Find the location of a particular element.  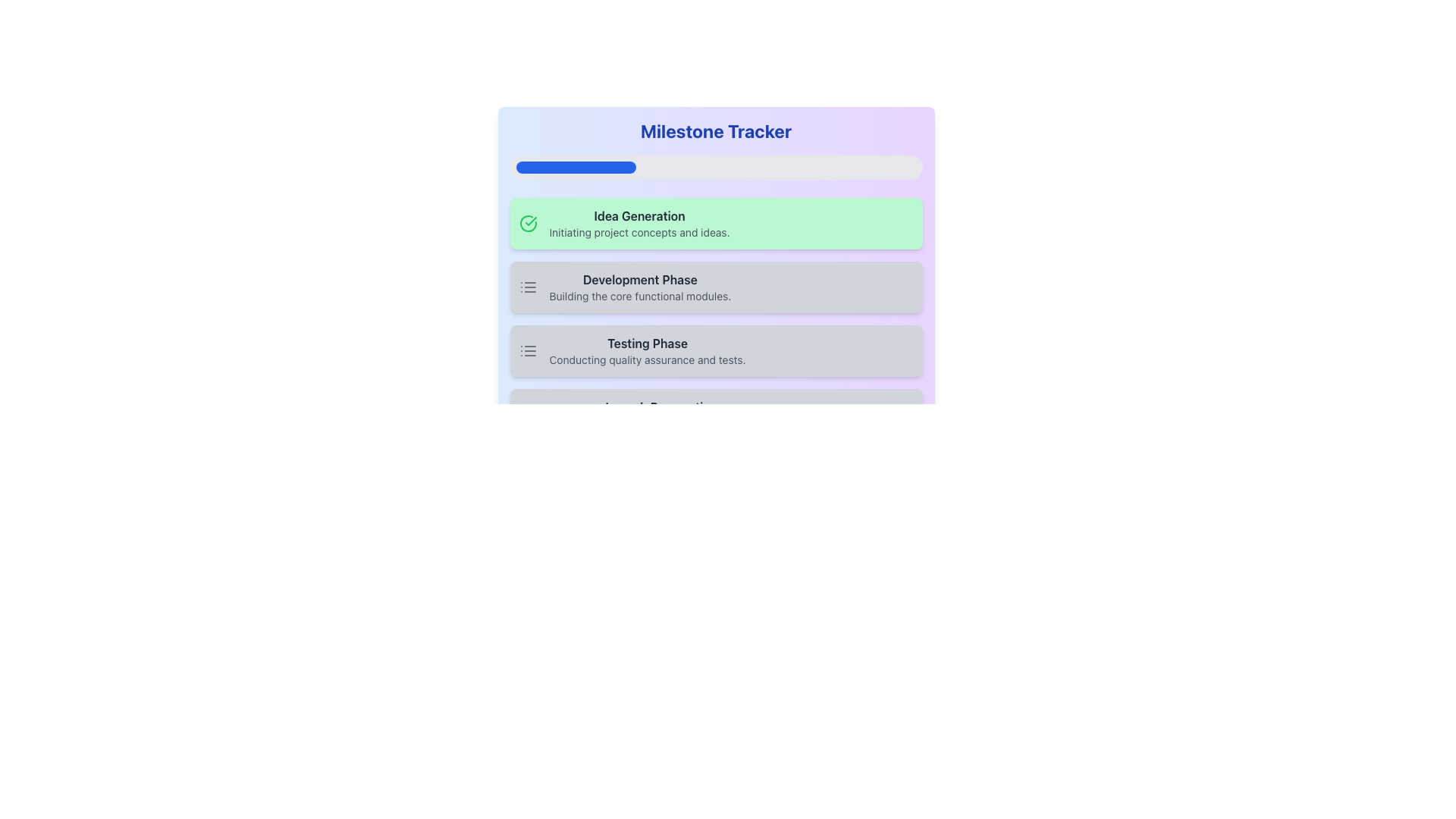

the 'list' icon associated with the 'Development Phase' label and its subtext, indicating listing functionalities is located at coordinates (528, 287).